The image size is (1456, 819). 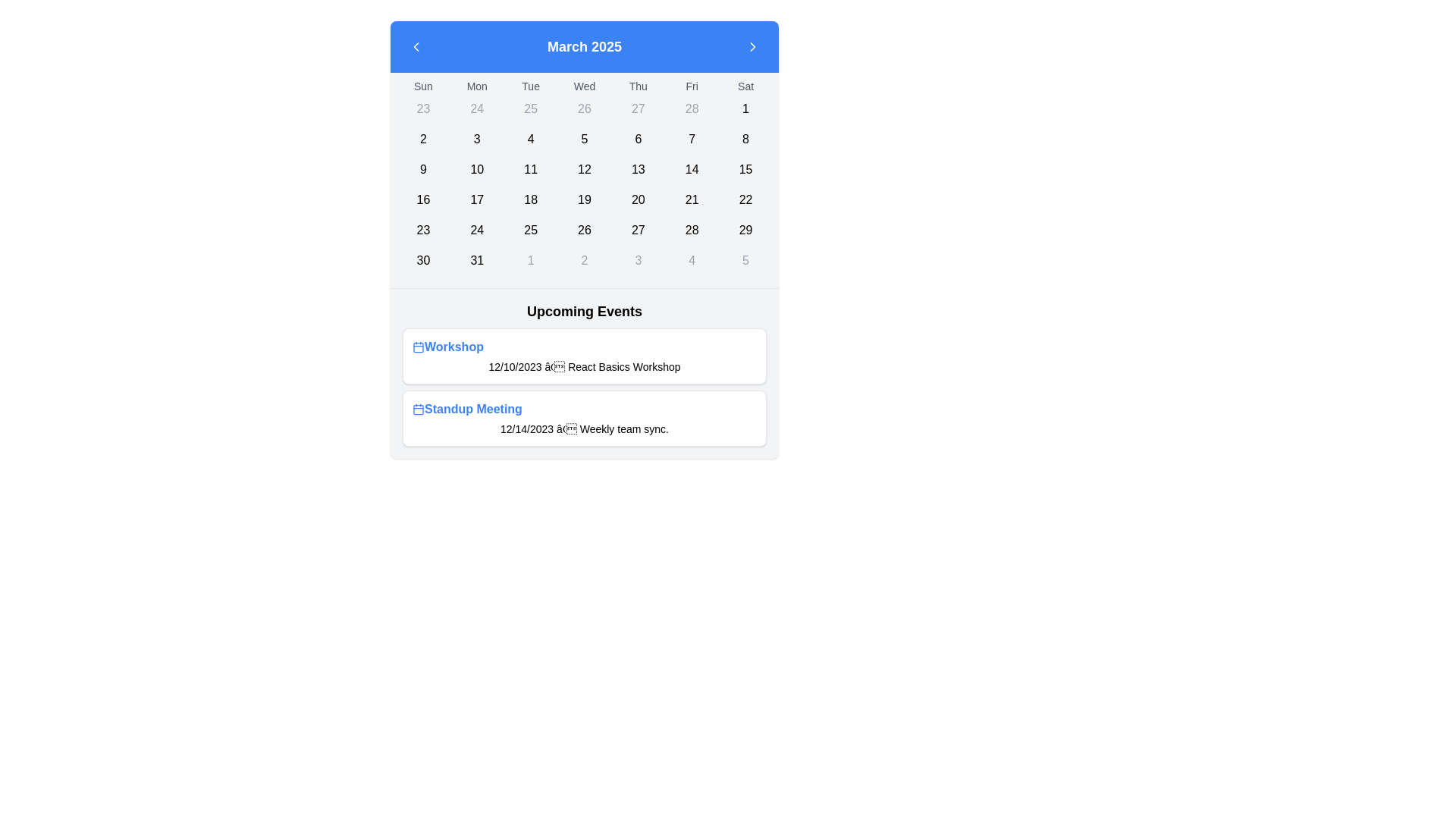 I want to click on the static text label for Monday in the calendar display, which is positioned in the grid immediately following 'Sun' and before 'Tue', so click(x=476, y=86).